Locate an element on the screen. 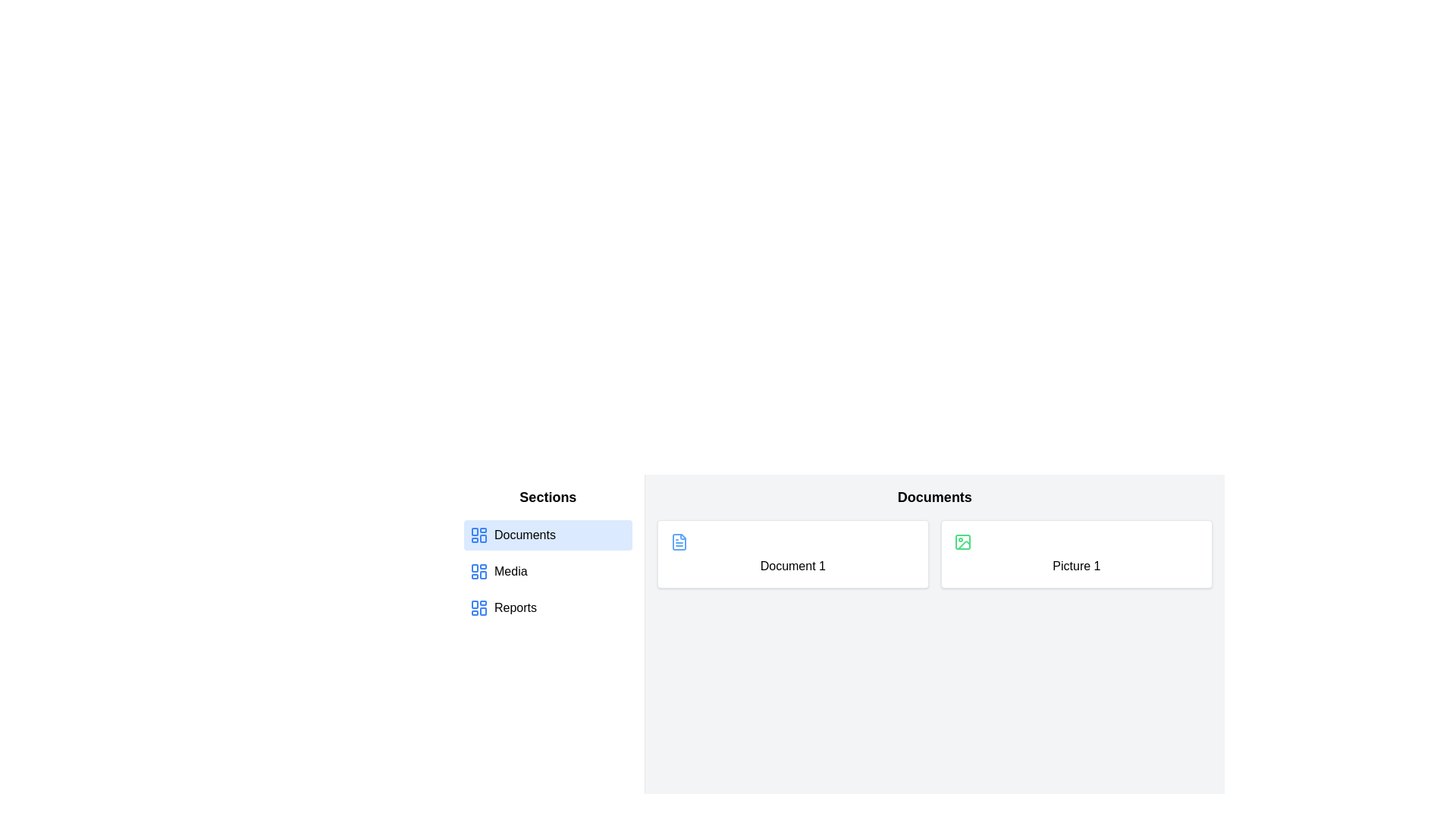 The width and height of the screenshot is (1456, 819). 'Reports' section icon located in the sidebar under the 'Sections' label, positioned beside the 'Reports' text is located at coordinates (479, 607).